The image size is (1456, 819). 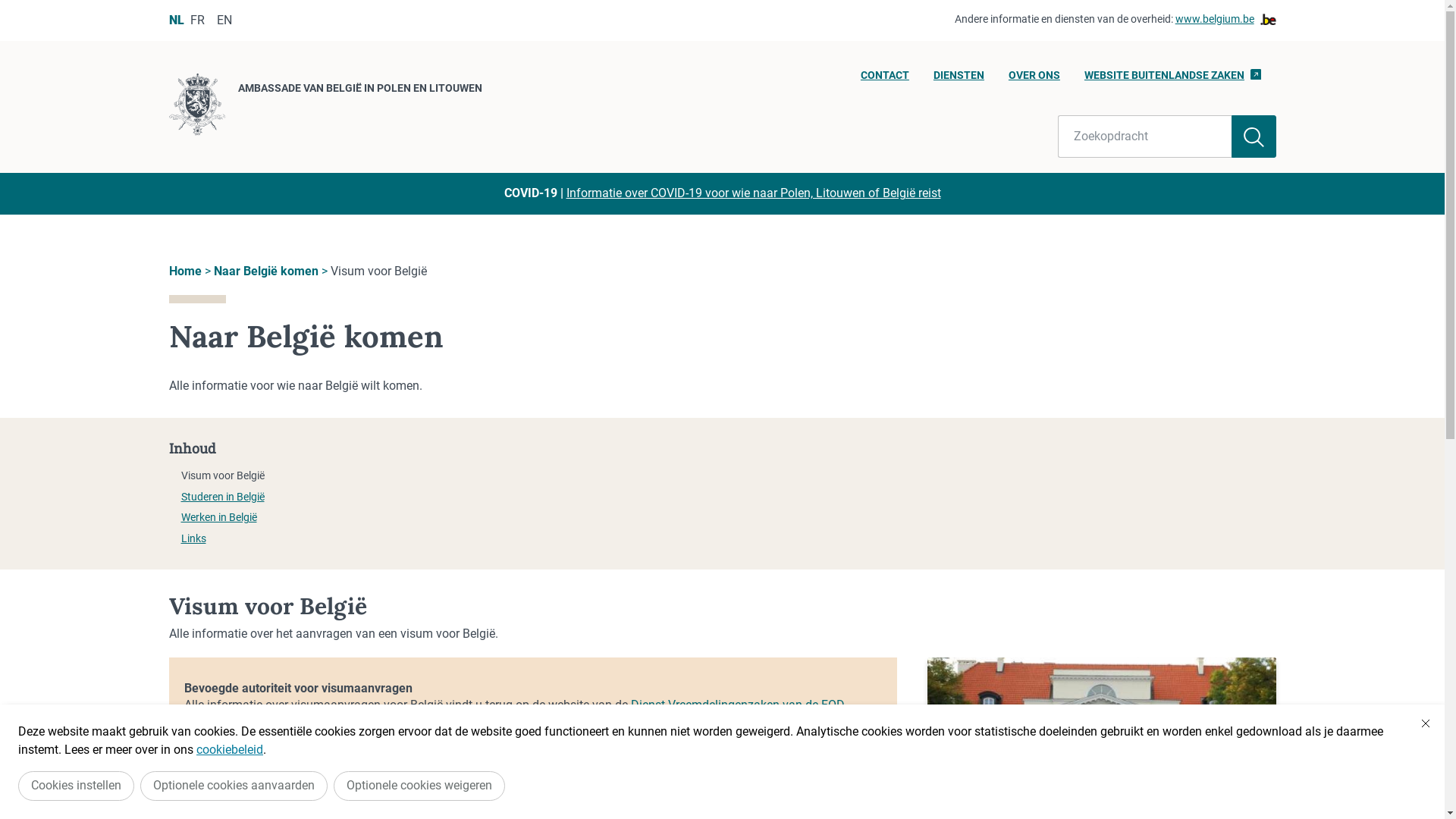 What do you see at coordinates (1145, 136) in the screenshot?
I see `'Zoekopdracht'` at bounding box center [1145, 136].